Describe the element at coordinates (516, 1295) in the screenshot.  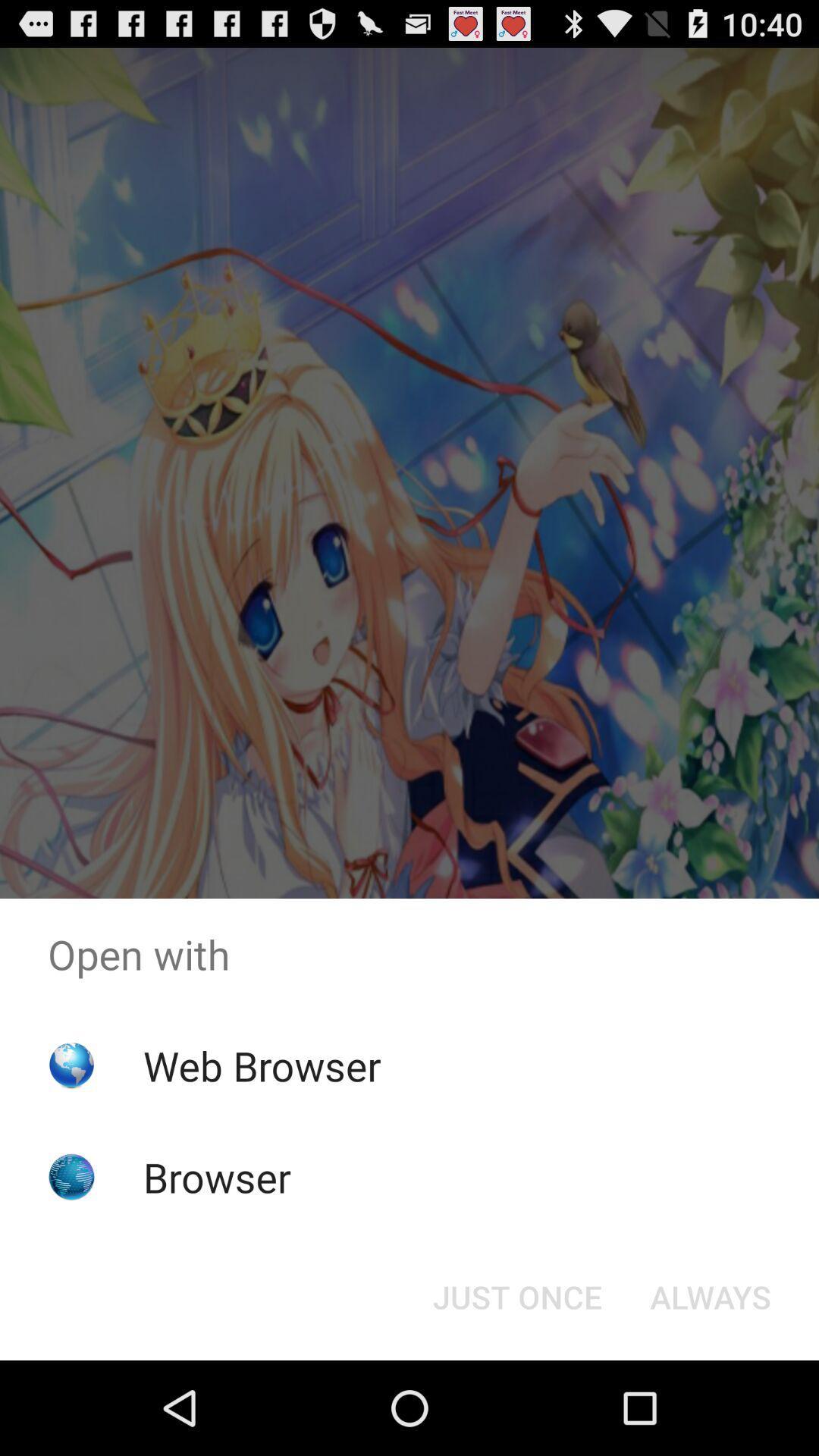
I see `the icon below open with icon` at that location.